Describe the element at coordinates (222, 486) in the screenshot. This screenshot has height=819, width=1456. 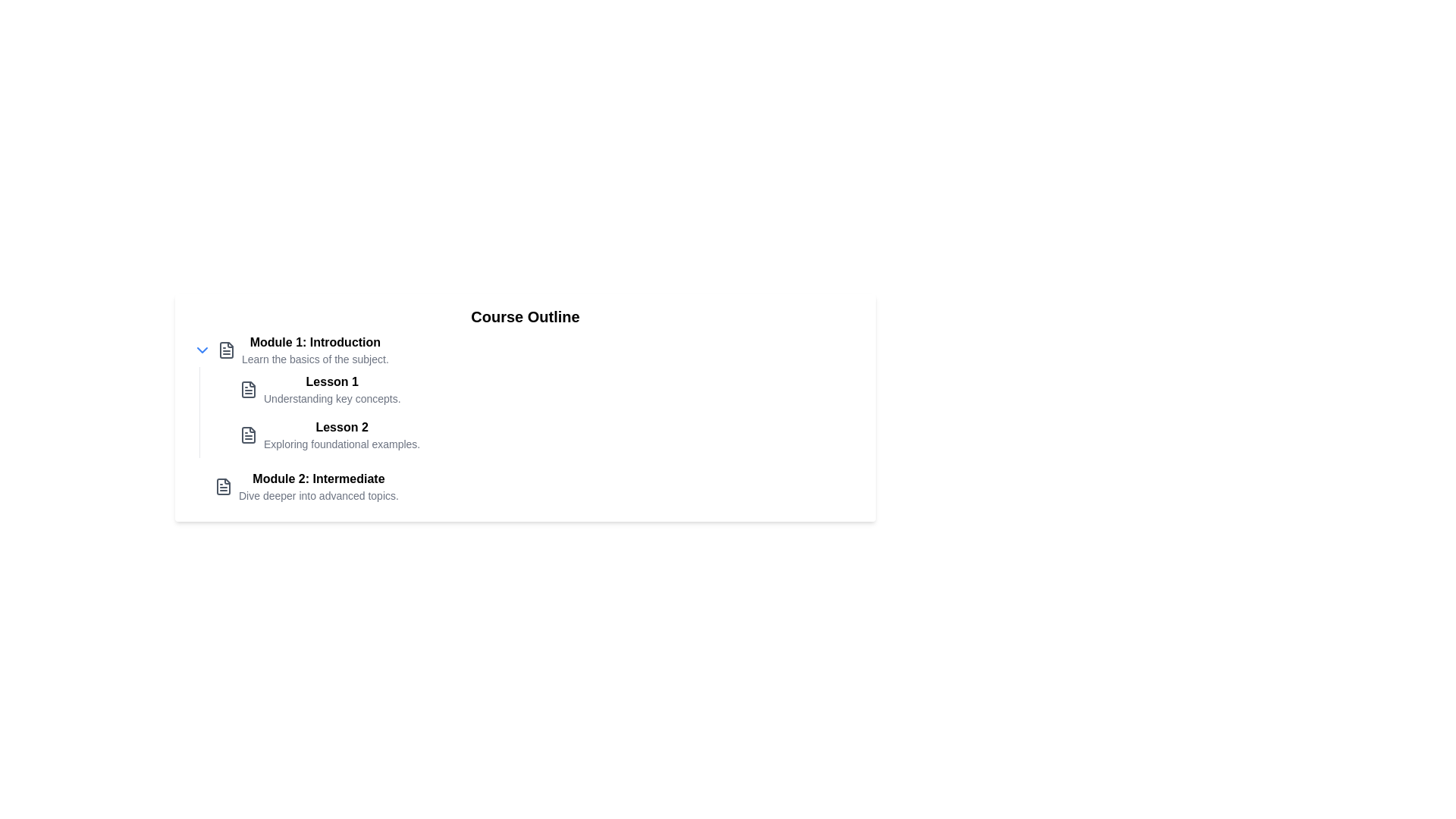
I see `the document icon located to the left of the text 'Module 2: Intermediate'` at that location.